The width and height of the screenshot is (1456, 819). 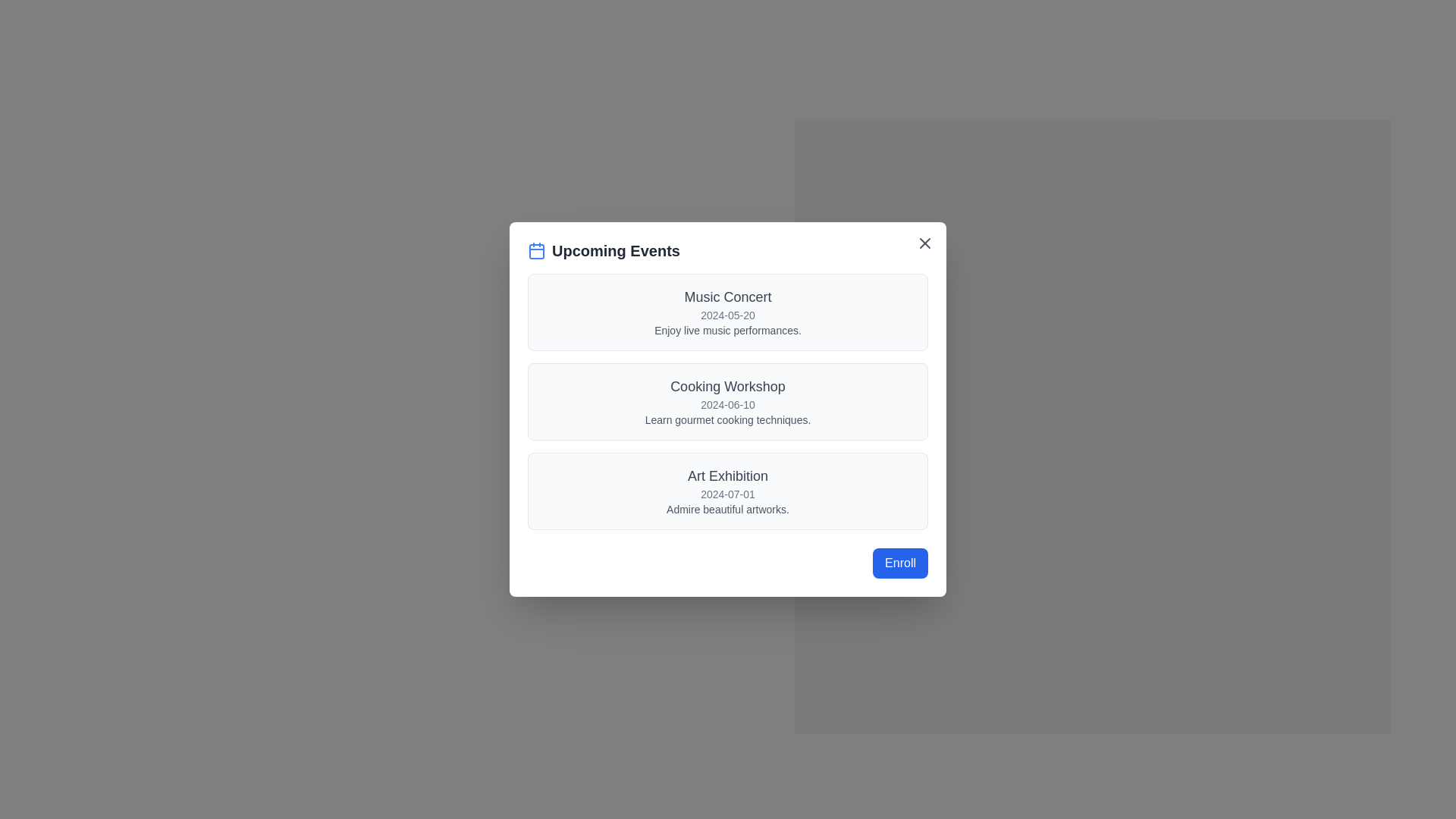 I want to click on the text label providing a brief description for the 'Cooking Workshop' event, located below the event title and date, so click(x=728, y=420).